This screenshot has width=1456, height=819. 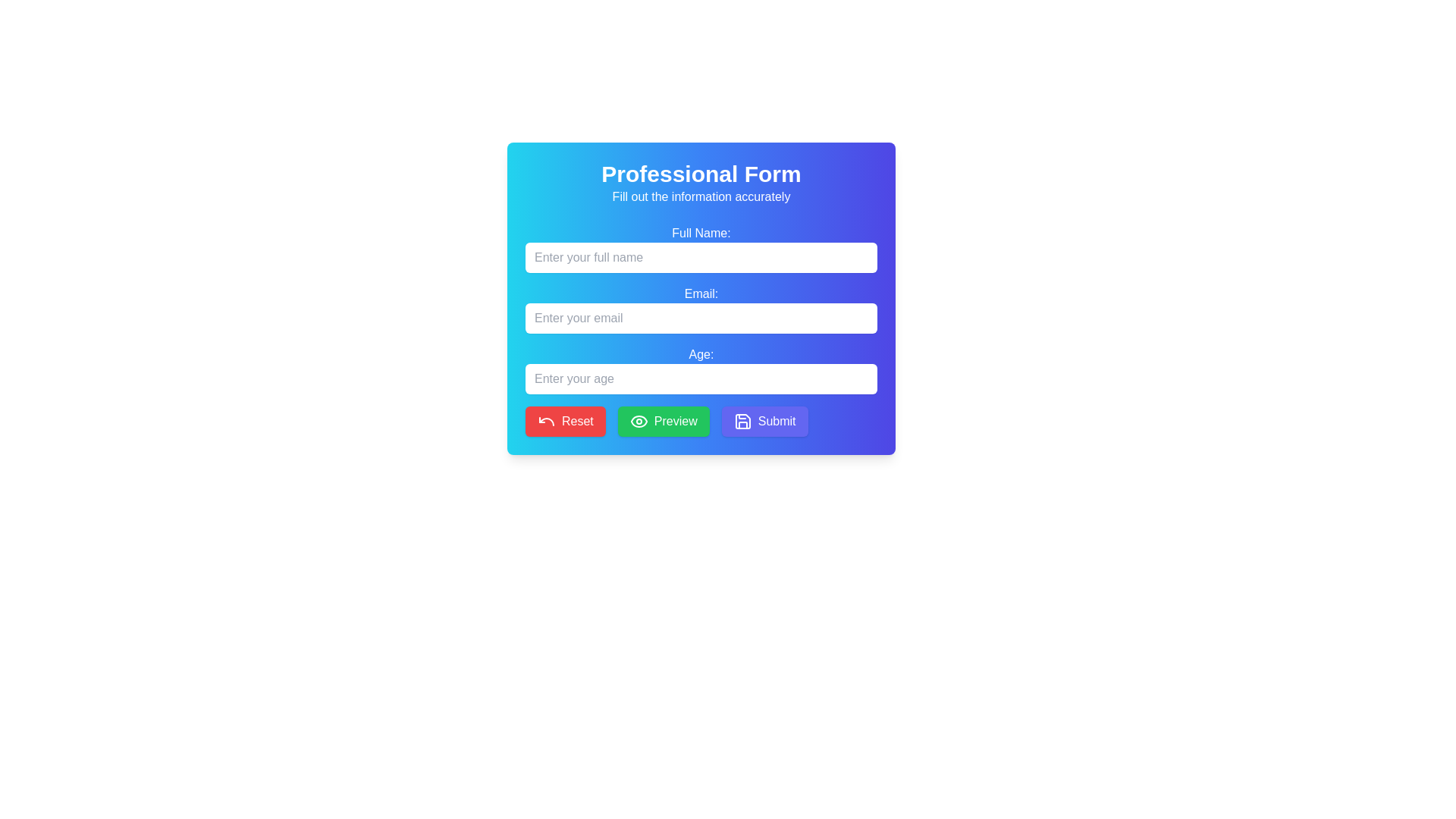 What do you see at coordinates (701, 247) in the screenshot?
I see `the text input field for entering the full name, which is positioned at the top of the form layout` at bounding box center [701, 247].